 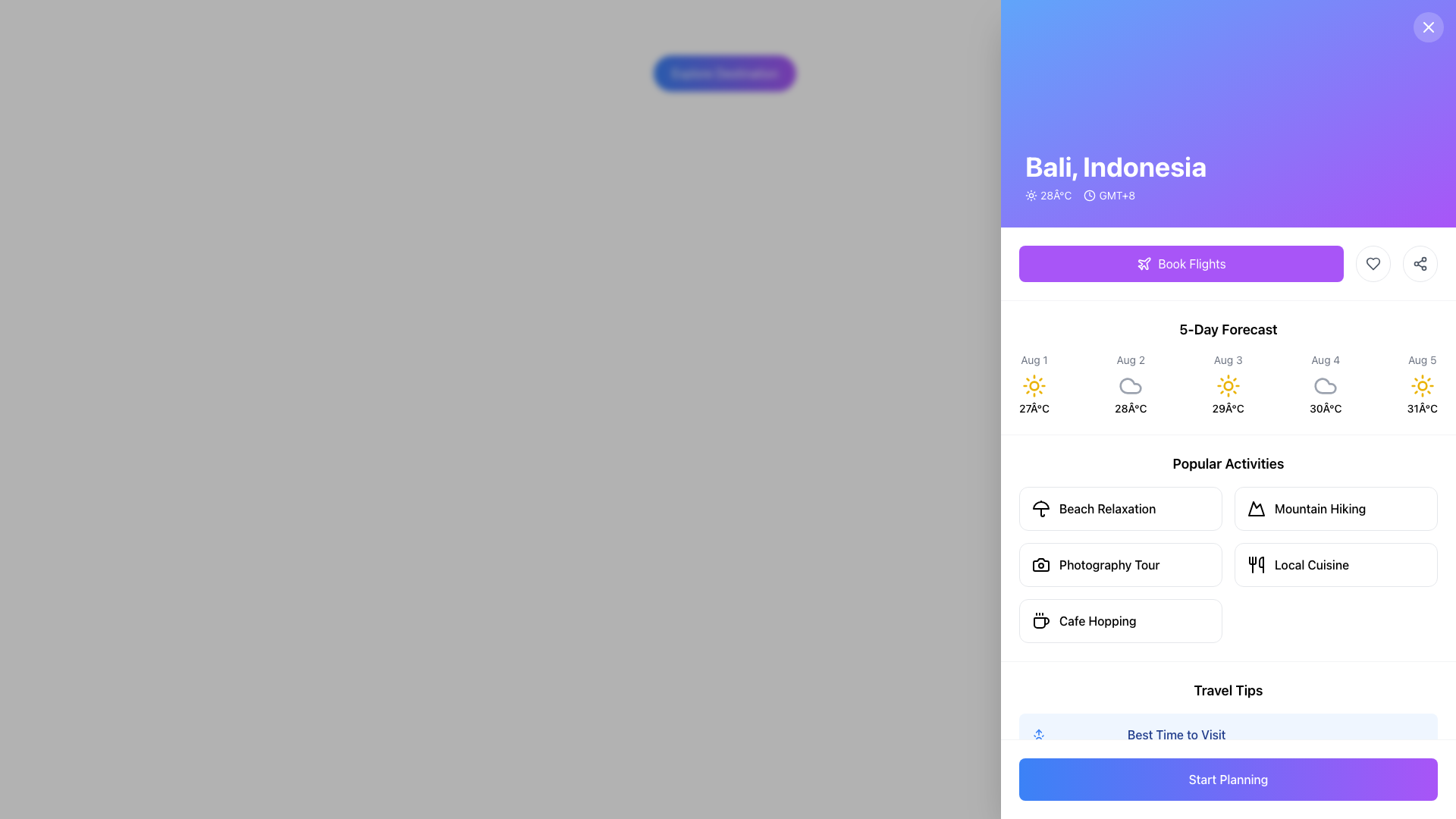 What do you see at coordinates (1089, 195) in the screenshot?
I see `the small clock icon, which is an SVG representation located in the top section of the interface, between the temperature display and the text 'GMT+8'` at bounding box center [1089, 195].